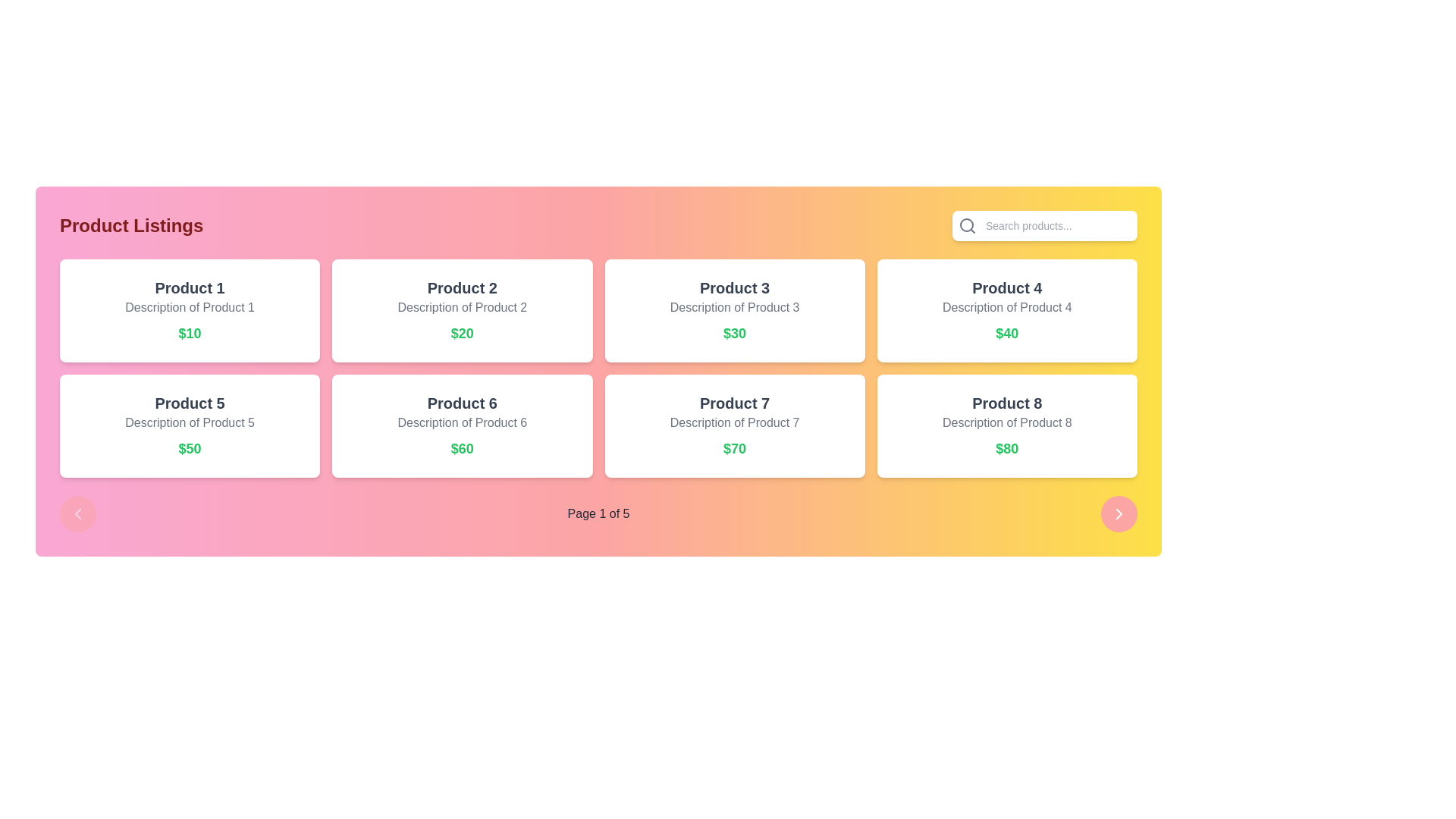 The image size is (1456, 819). Describe the element at coordinates (1007, 426) in the screenshot. I see `the product card titled 'Product 8' with a white background and green bold price '$80', located at the bottom right of the grid layout` at that location.